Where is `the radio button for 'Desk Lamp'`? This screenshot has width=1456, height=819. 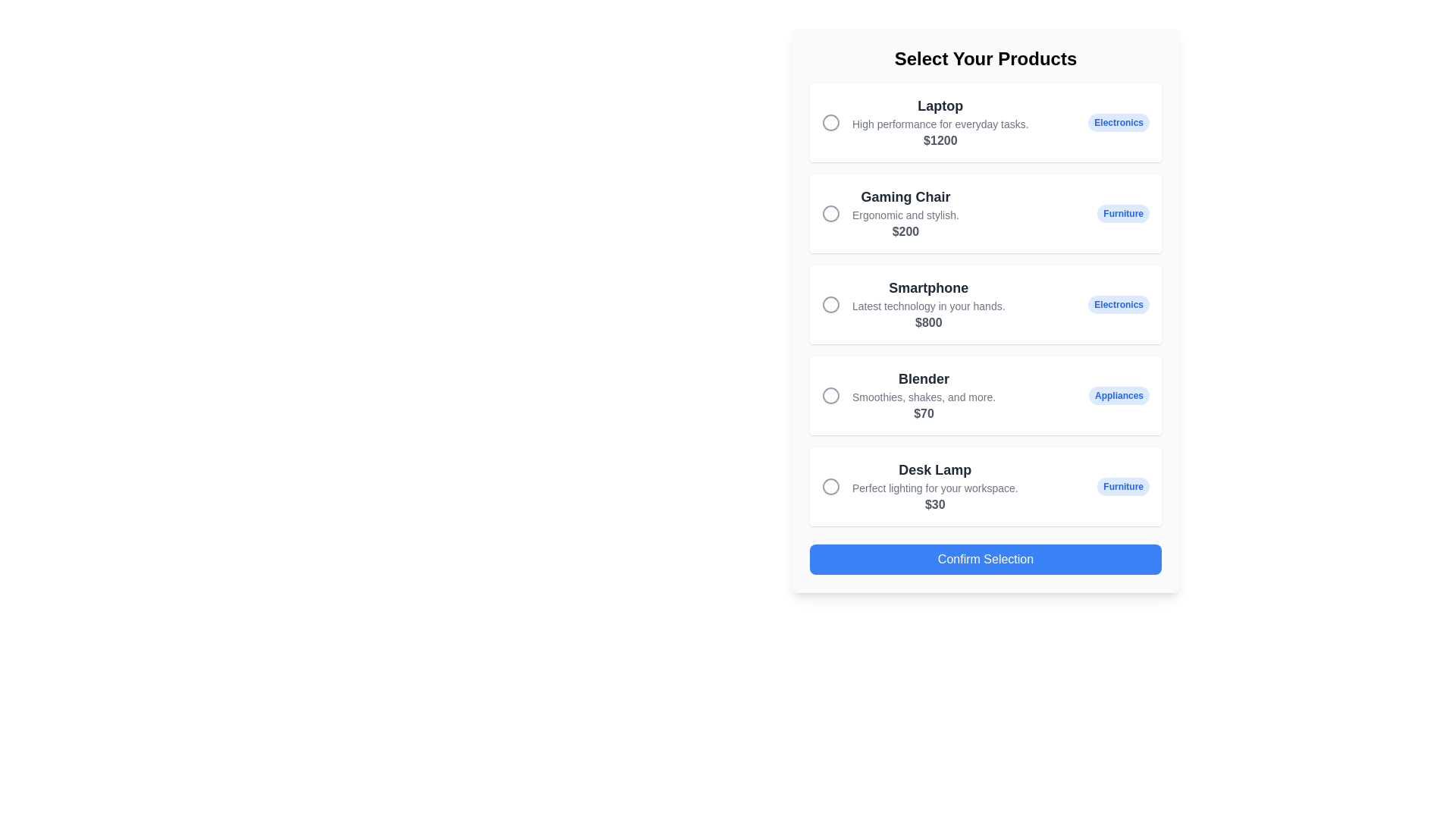
the radio button for 'Desk Lamp' is located at coordinates (830, 486).